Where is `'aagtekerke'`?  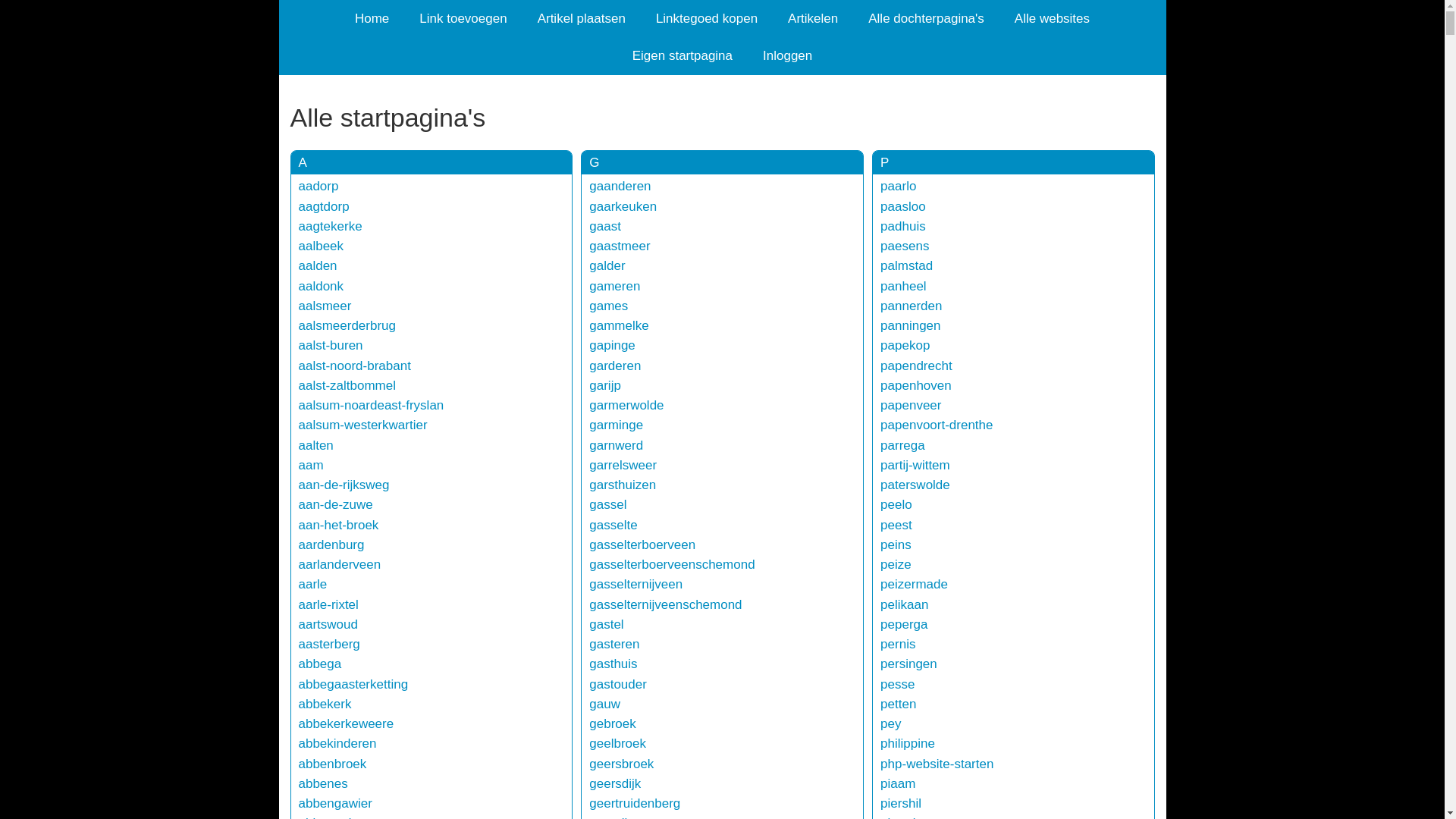 'aagtekerke' is located at coordinates (298, 226).